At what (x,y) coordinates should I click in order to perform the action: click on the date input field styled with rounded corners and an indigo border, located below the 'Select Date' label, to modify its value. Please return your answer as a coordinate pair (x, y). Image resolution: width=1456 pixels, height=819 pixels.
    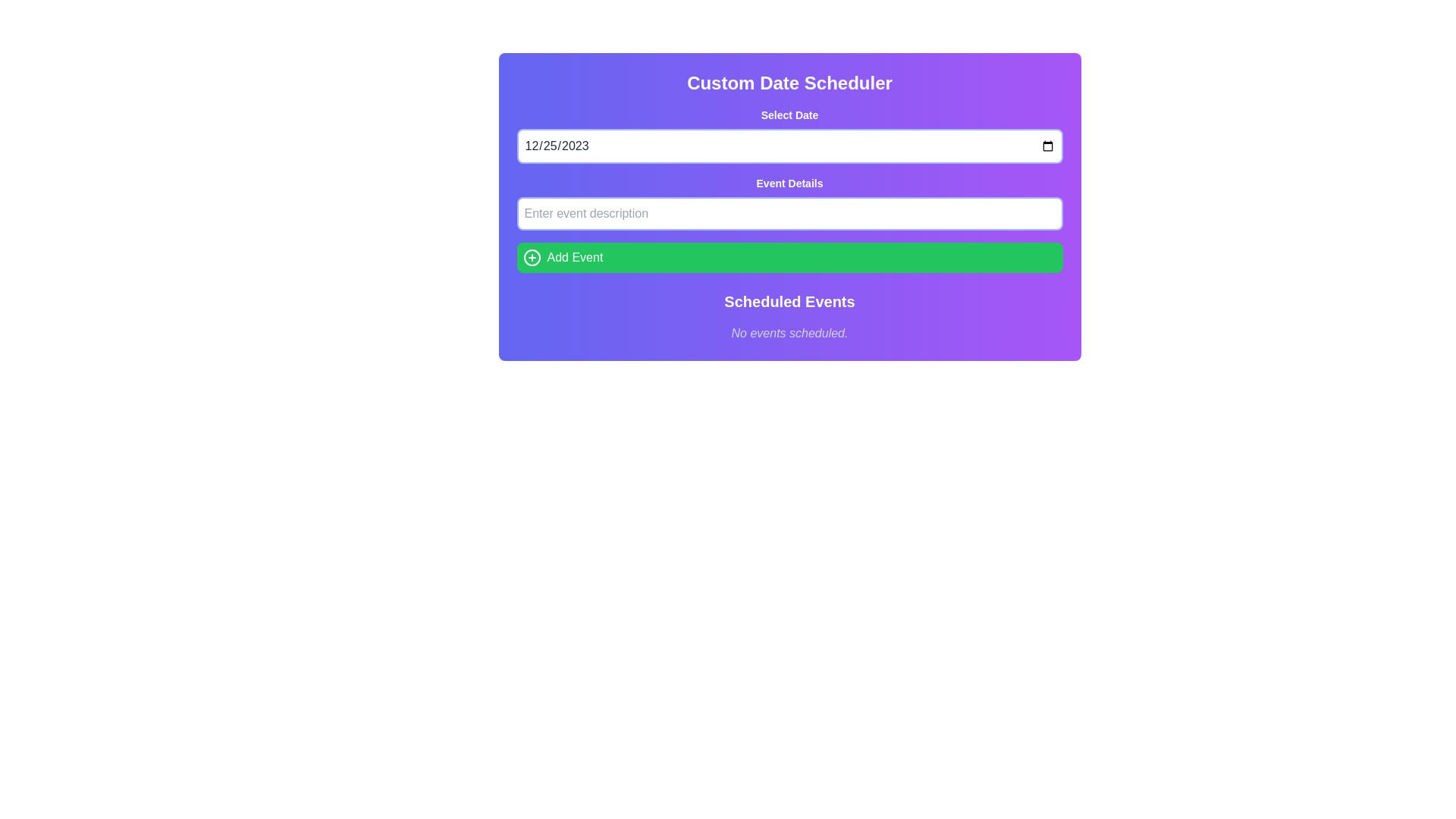
    Looking at the image, I should click on (789, 146).